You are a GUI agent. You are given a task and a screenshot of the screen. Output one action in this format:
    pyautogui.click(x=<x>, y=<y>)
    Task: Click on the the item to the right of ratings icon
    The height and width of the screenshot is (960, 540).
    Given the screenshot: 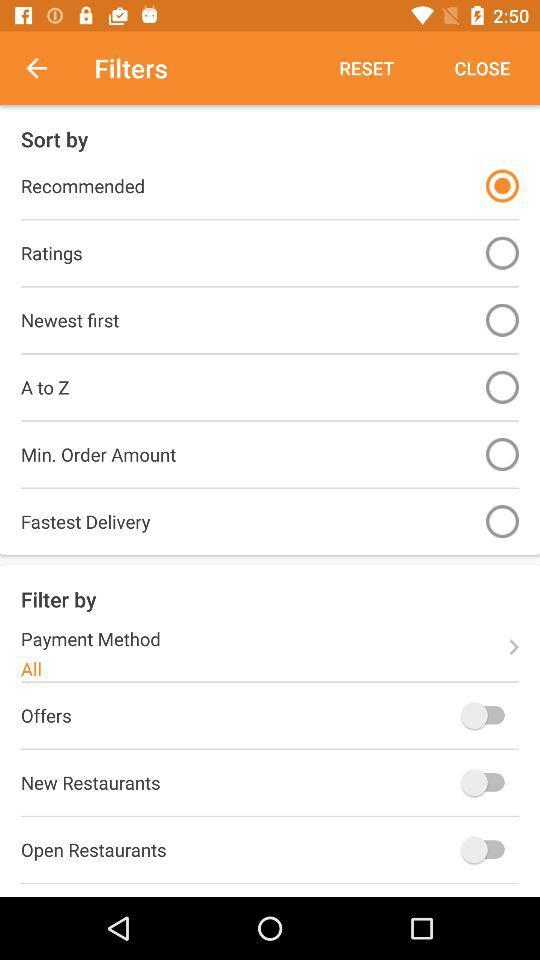 What is the action you would take?
    pyautogui.click(x=501, y=252)
    